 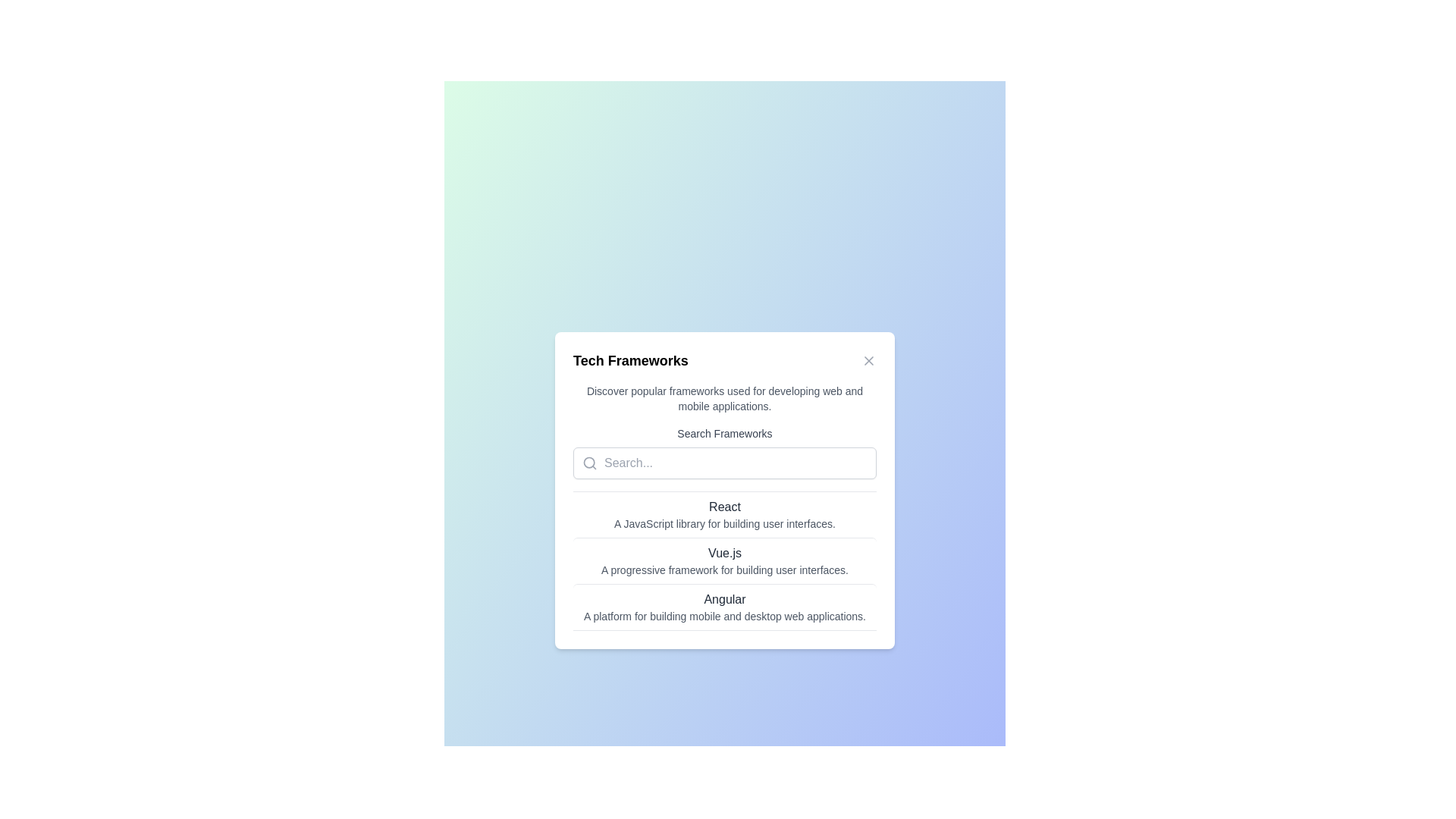 I want to click on the small circular part of the magnifying glass icon, which is located next to the search input field on the left side, so click(x=588, y=462).